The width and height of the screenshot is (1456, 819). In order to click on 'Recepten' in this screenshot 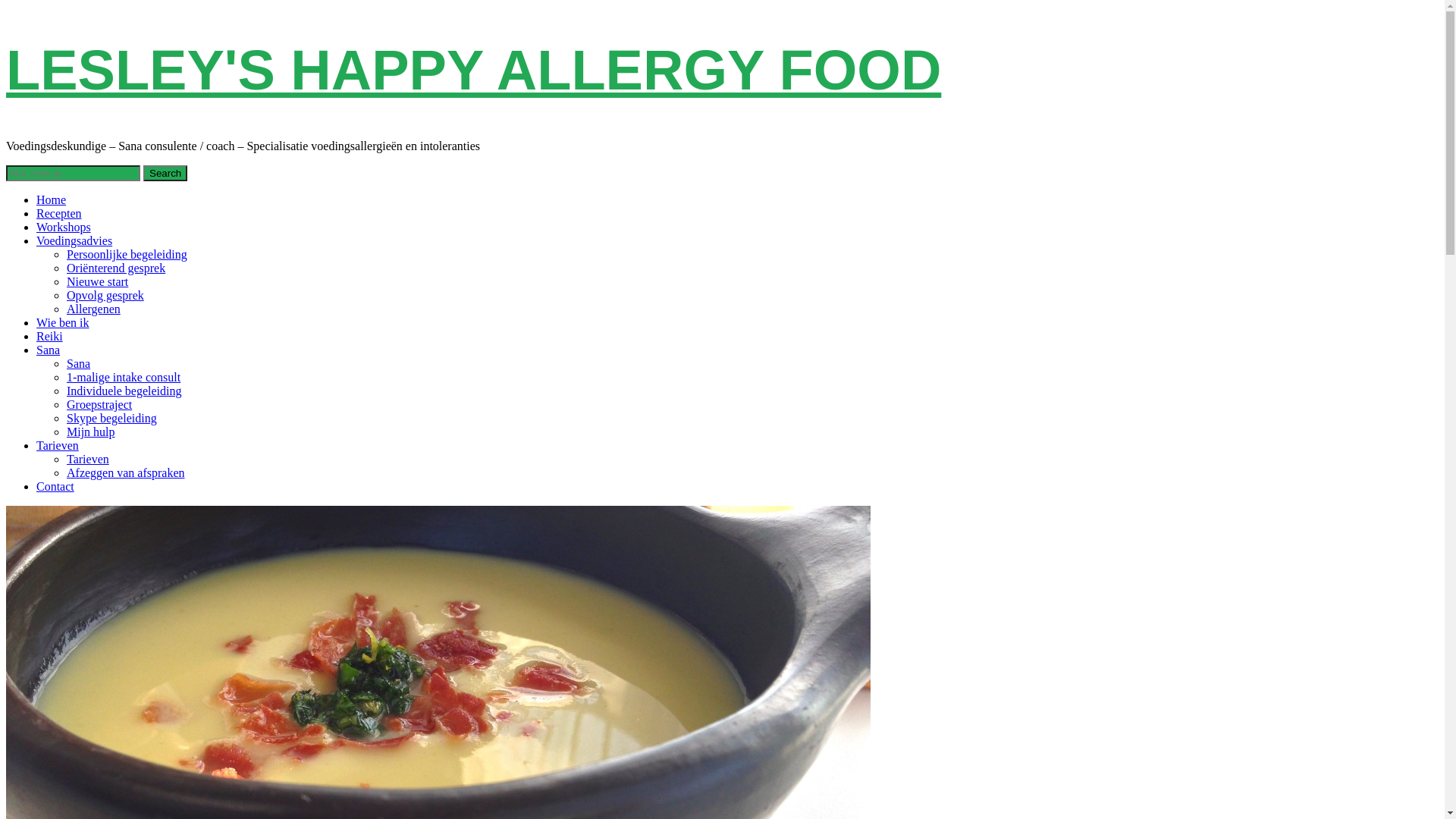, I will do `click(58, 213)`.